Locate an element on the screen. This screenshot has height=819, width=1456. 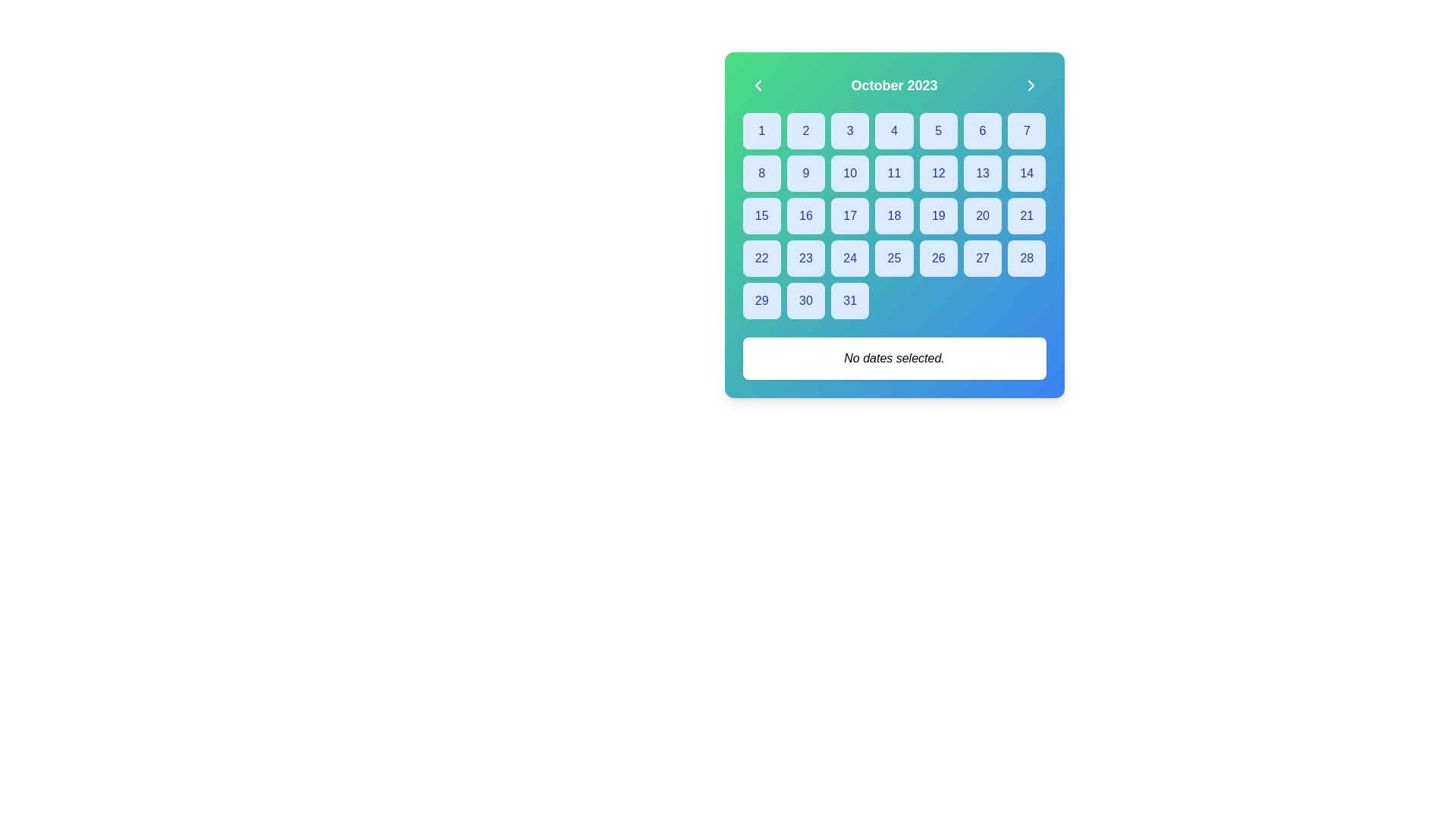
the rounded rectangular button displaying the number '16' in the calendar widget is located at coordinates (805, 216).